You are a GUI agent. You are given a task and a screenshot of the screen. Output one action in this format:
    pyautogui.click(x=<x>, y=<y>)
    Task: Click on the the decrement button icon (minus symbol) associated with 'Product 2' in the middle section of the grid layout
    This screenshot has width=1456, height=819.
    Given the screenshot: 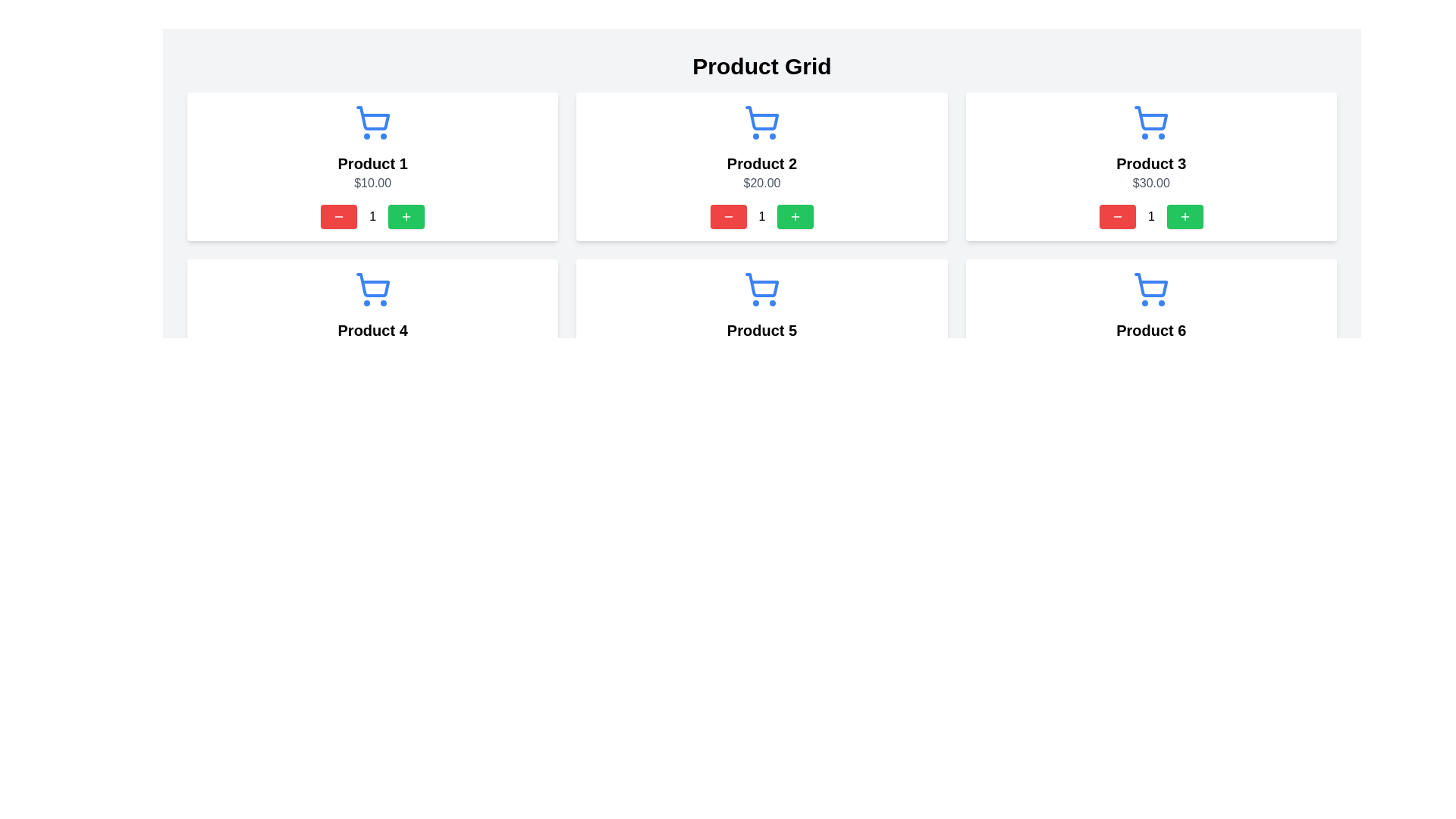 What is the action you would take?
    pyautogui.click(x=728, y=216)
    